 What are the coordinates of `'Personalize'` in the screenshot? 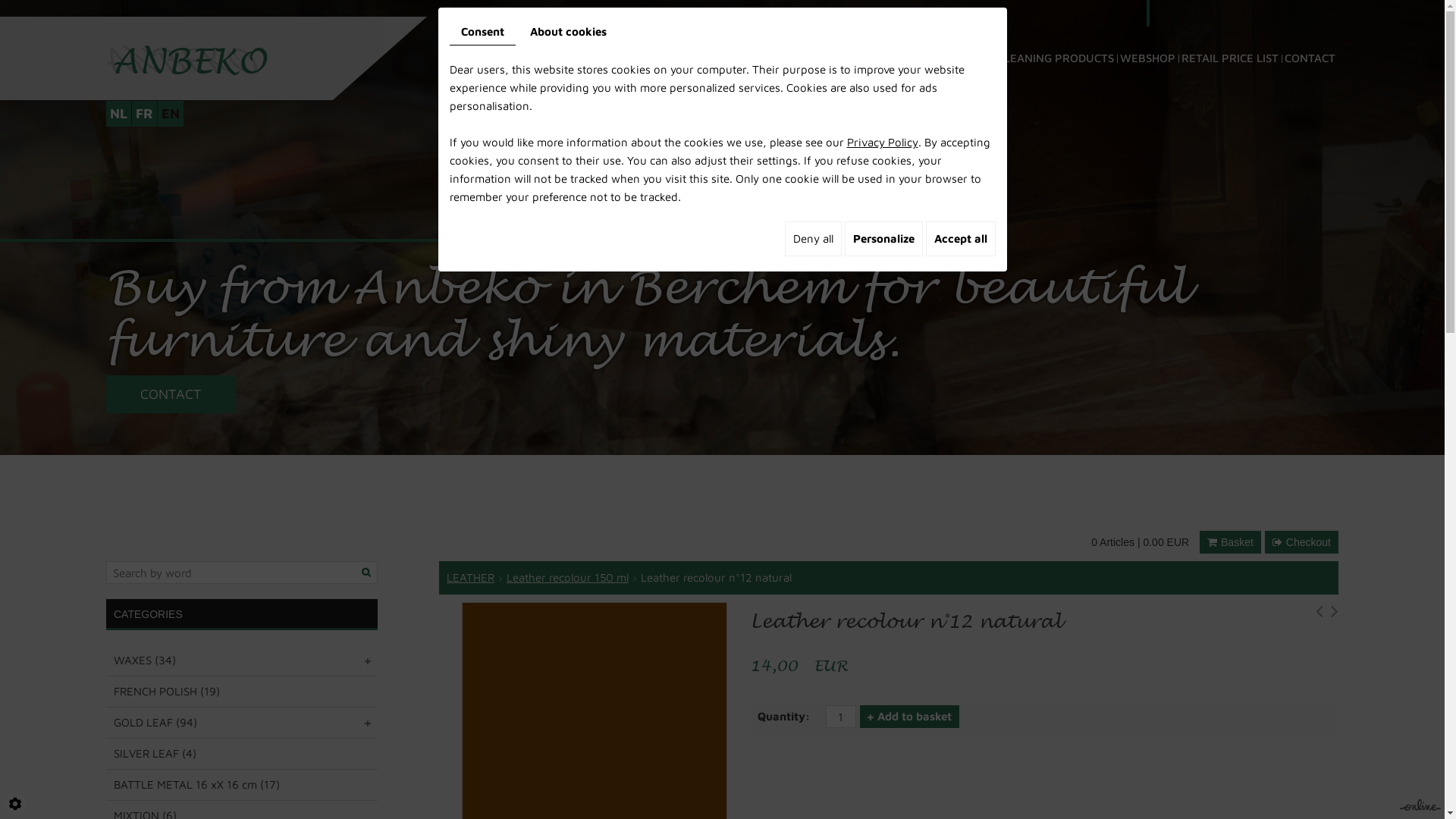 It's located at (883, 239).